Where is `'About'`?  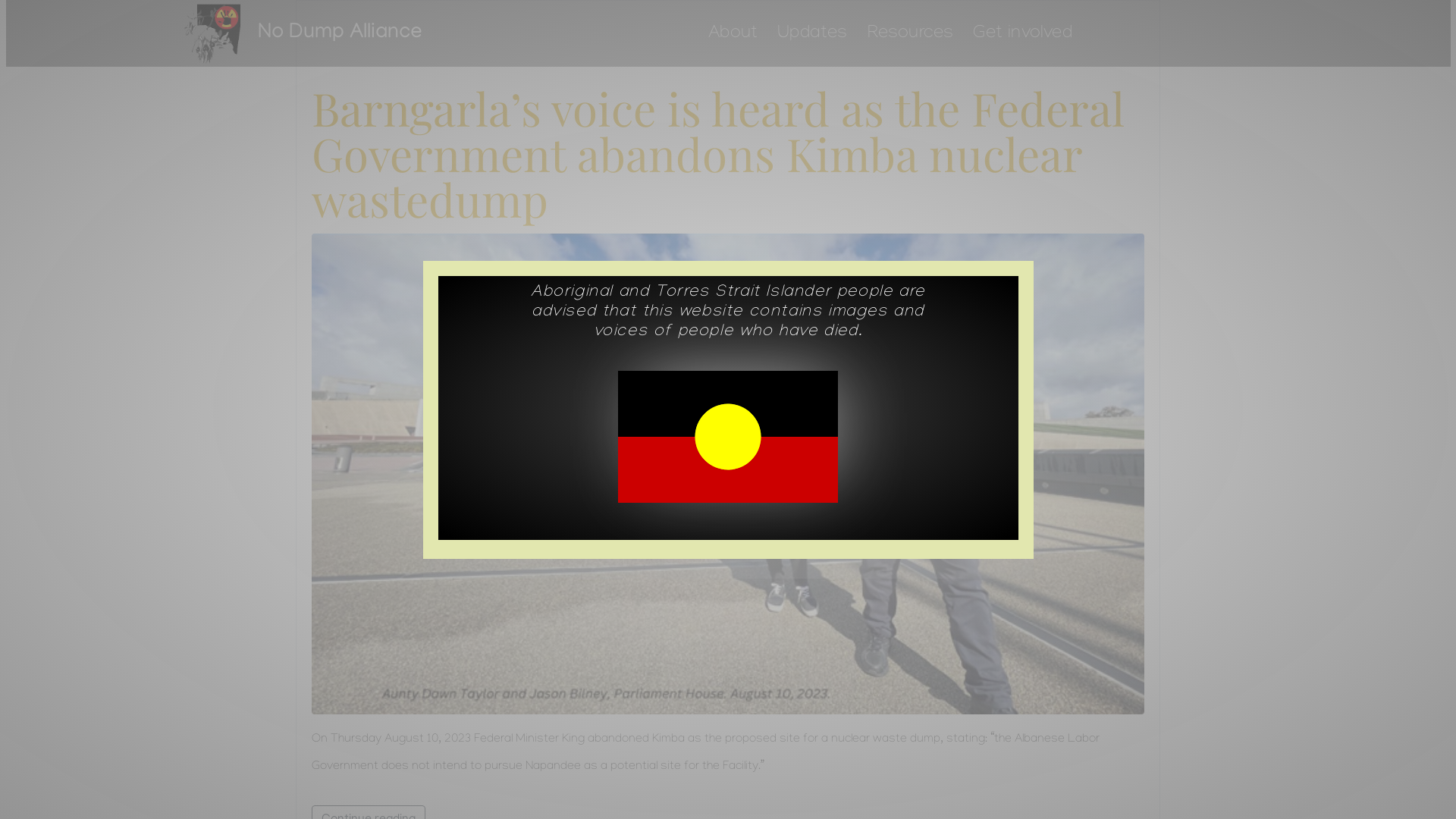
'About' is located at coordinates (733, 34).